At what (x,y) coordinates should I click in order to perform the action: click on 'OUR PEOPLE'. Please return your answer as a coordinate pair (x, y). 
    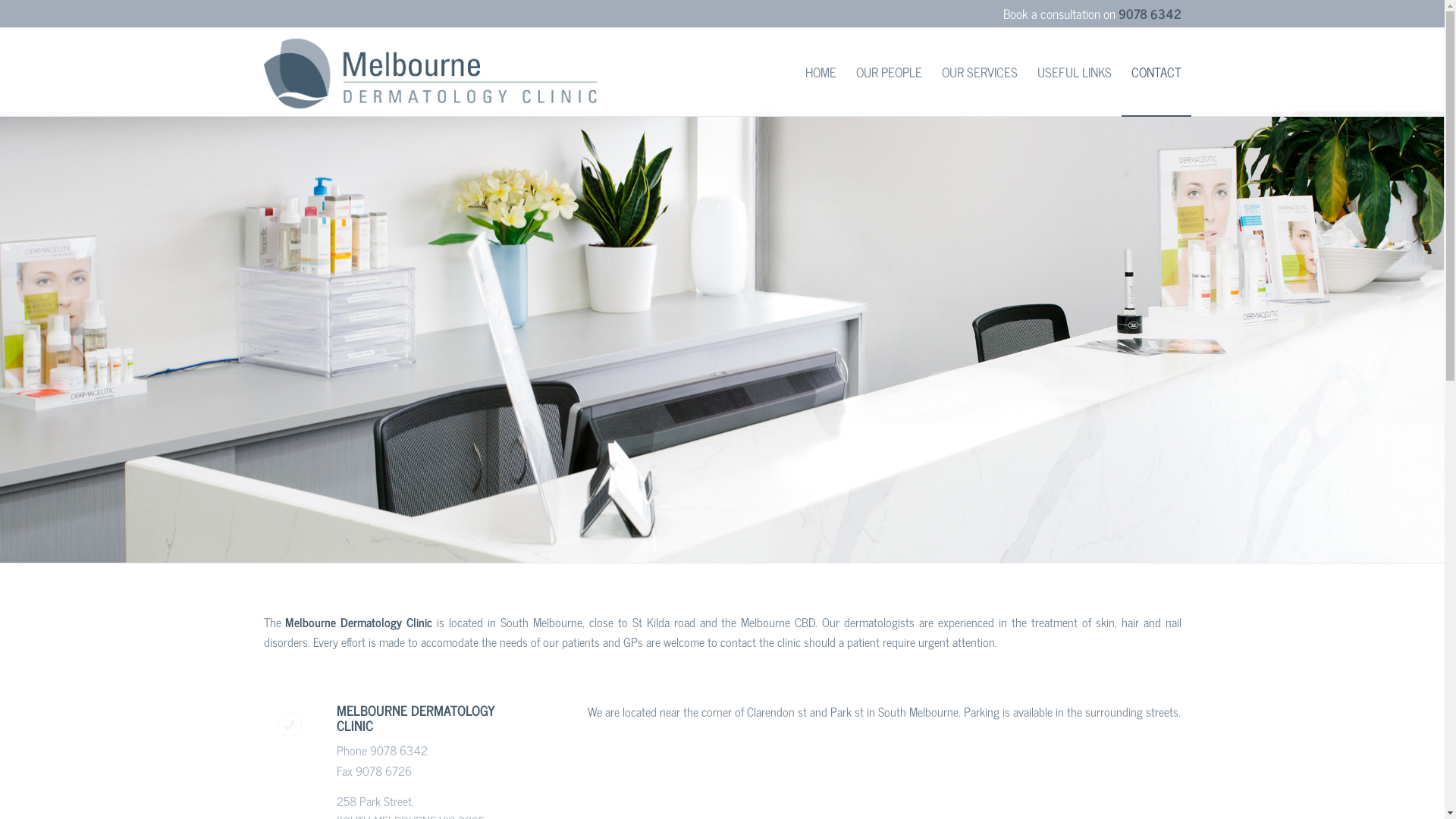
    Looking at the image, I should click on (889, 72).